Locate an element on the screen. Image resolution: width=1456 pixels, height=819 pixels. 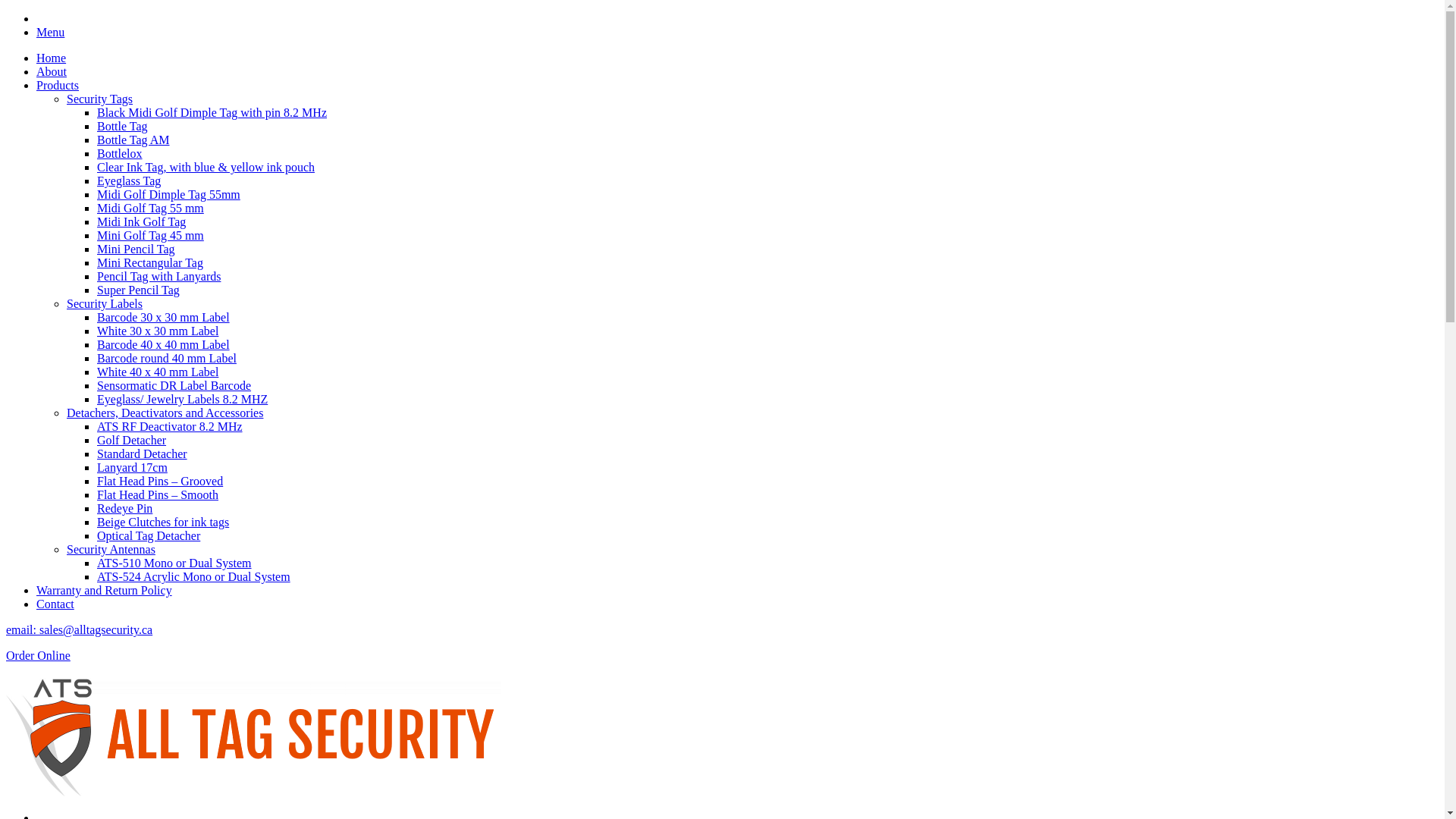
'Midi Golf Tag 55 mm' is located at coordinates (150, 208).